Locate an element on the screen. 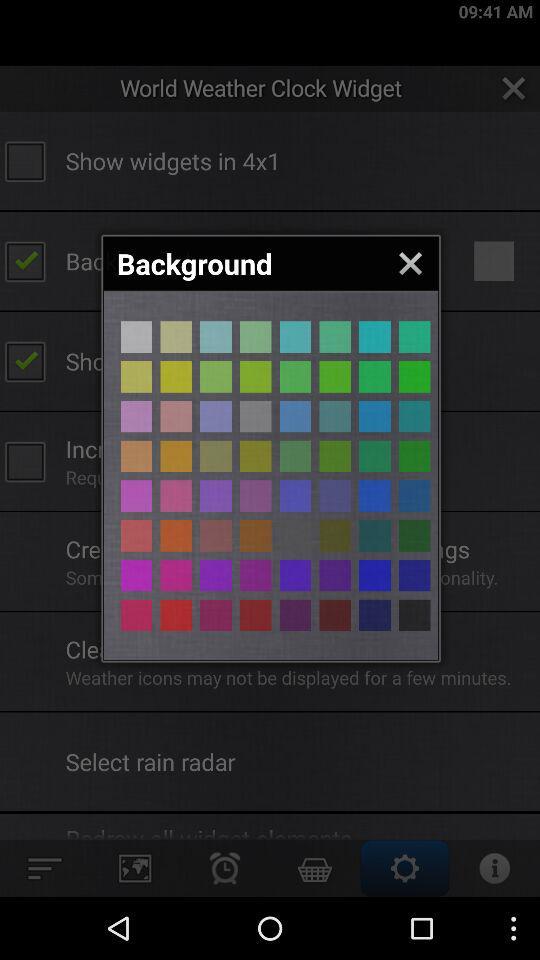 The height and width of the screenshot is (960, 540). the button is used to color option is located at coordinates (294, 534).